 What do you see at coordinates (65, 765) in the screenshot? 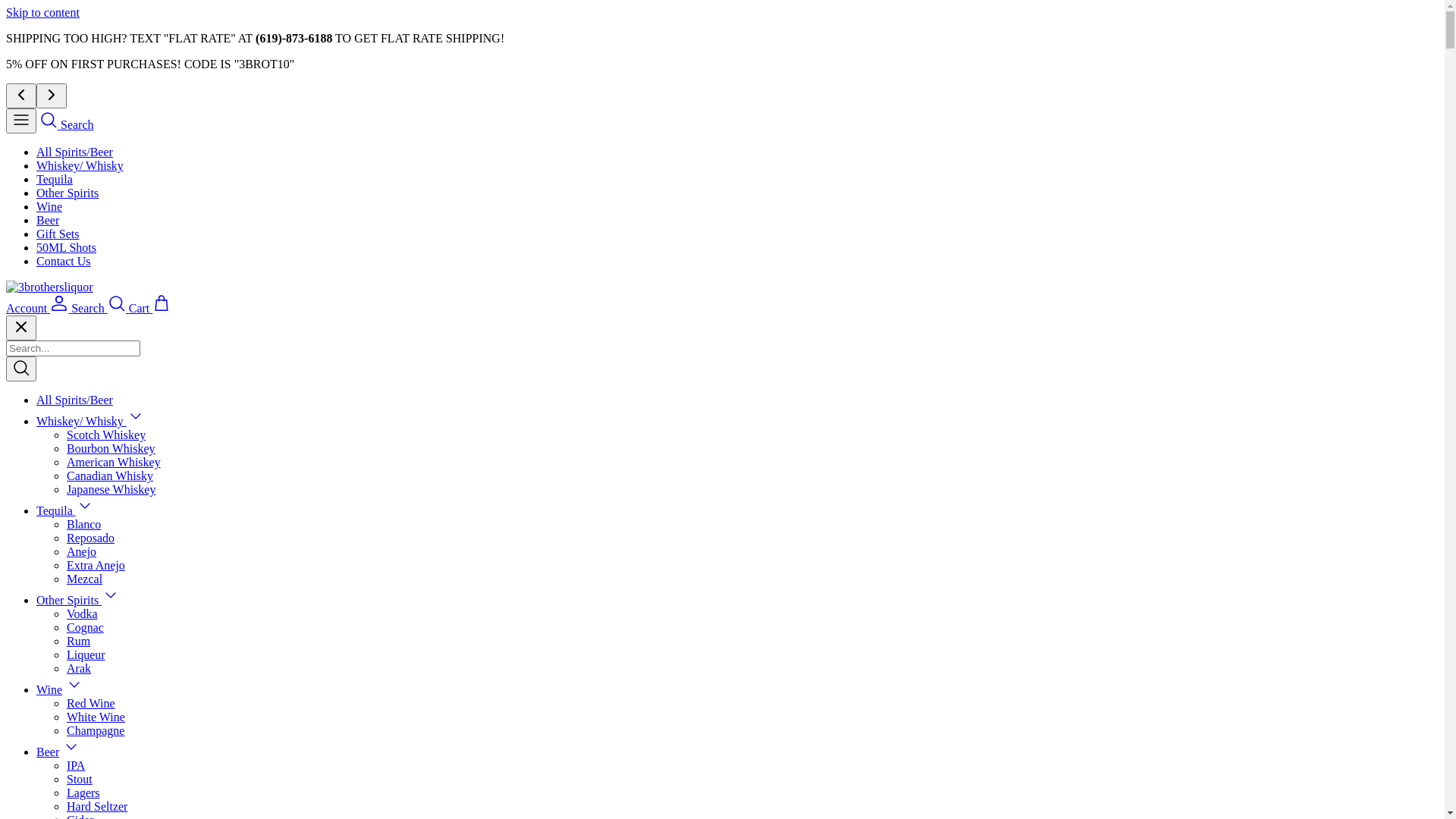
I see `'IPA'` at bounding box center [65, 765].